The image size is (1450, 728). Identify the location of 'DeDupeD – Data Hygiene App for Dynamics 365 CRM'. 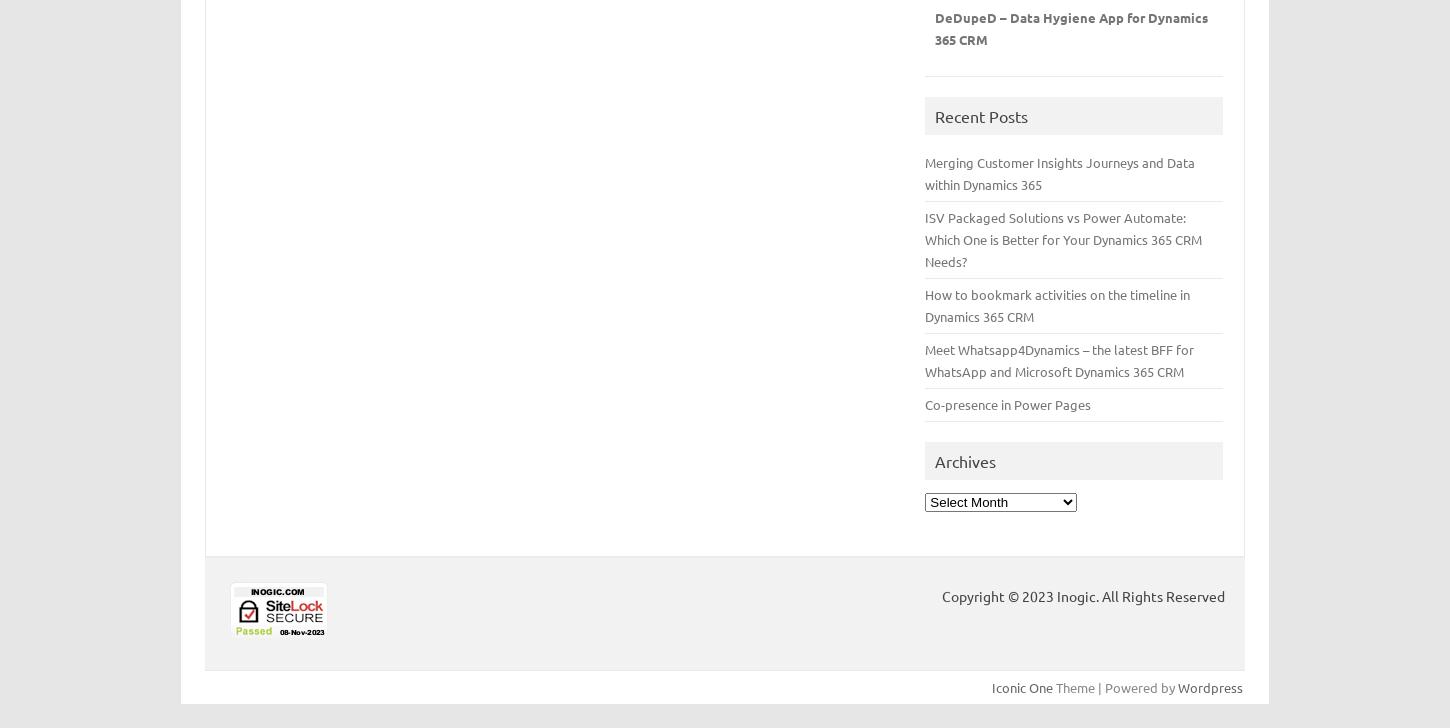
(1071, 27).